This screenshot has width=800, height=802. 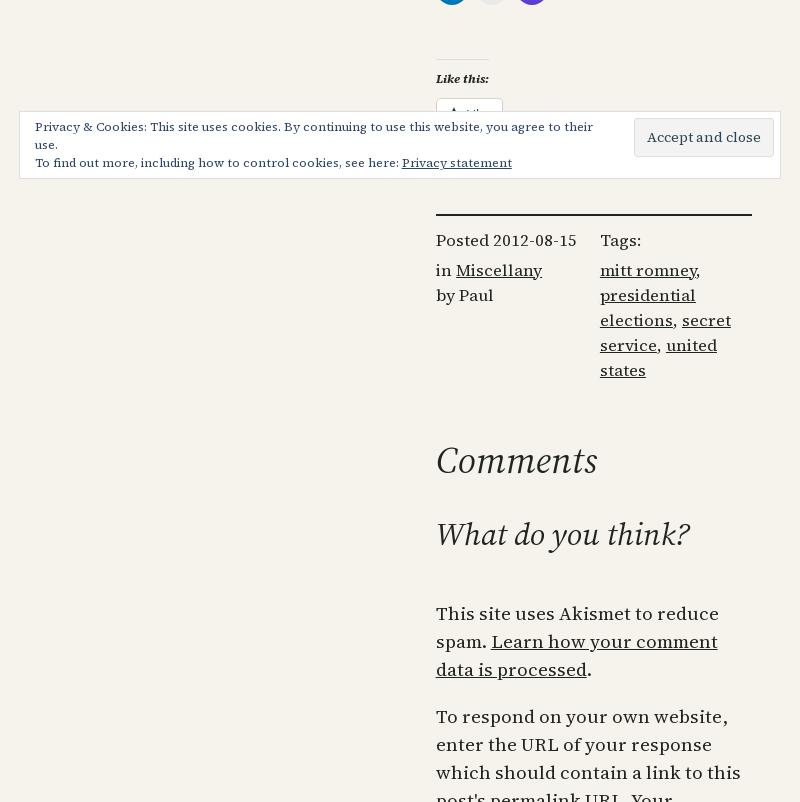 What do you see at coordinates (646, 306) in the screenshot?
I see `'presidential elections'` at bounding box center [646, 306].